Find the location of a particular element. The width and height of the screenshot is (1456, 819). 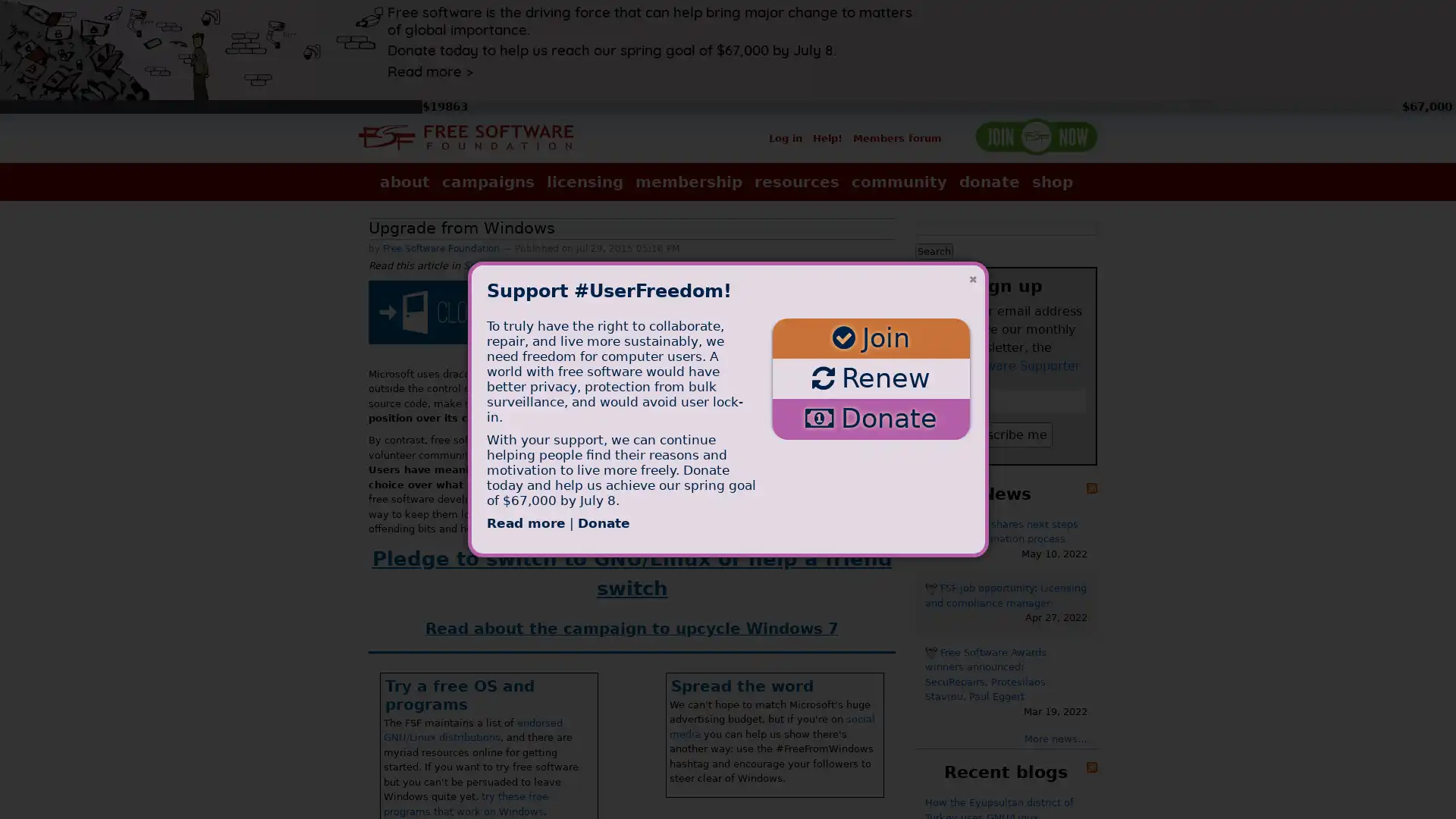

Subscribe me is located at coordinates (1006, 434).